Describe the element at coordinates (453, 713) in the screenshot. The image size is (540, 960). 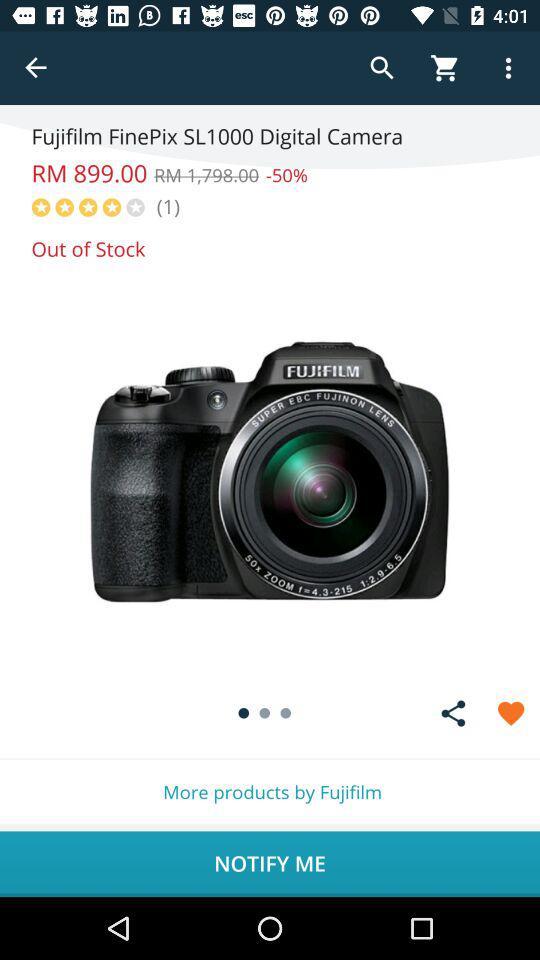
I see `share this item` at that location.